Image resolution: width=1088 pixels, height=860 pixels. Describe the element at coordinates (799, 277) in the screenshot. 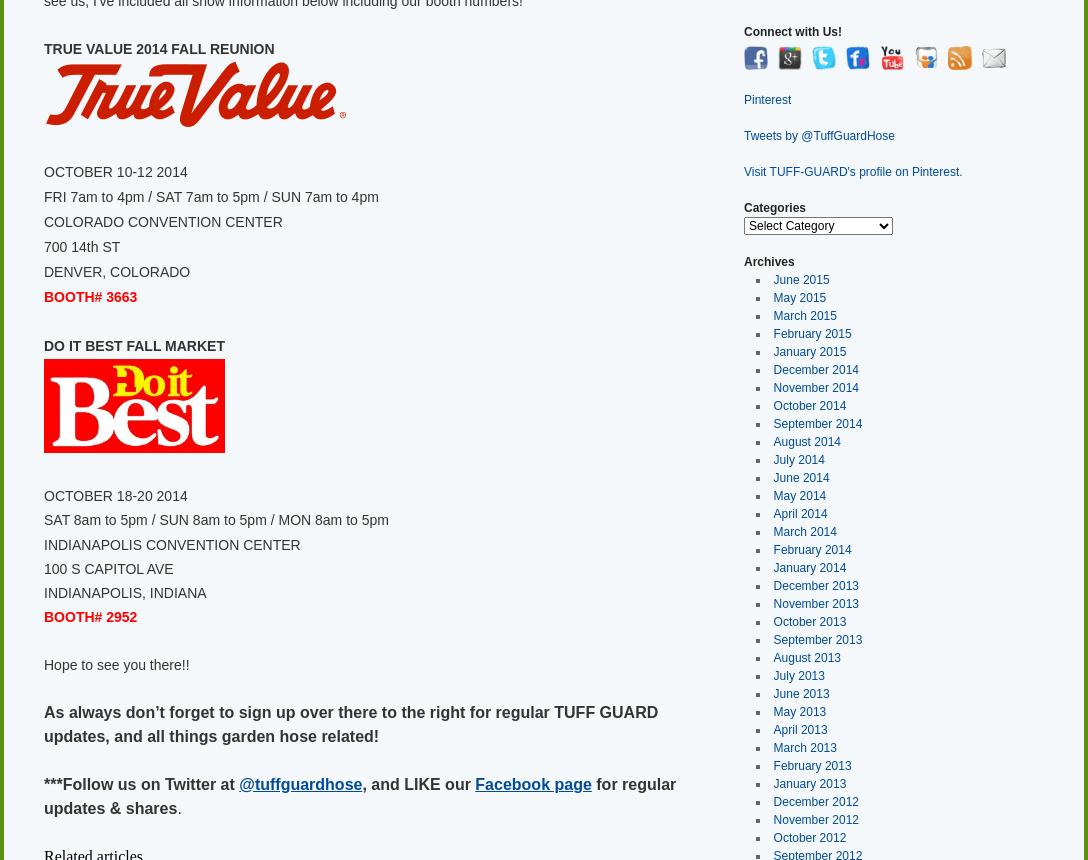

I see `'June 2015'` at that location.